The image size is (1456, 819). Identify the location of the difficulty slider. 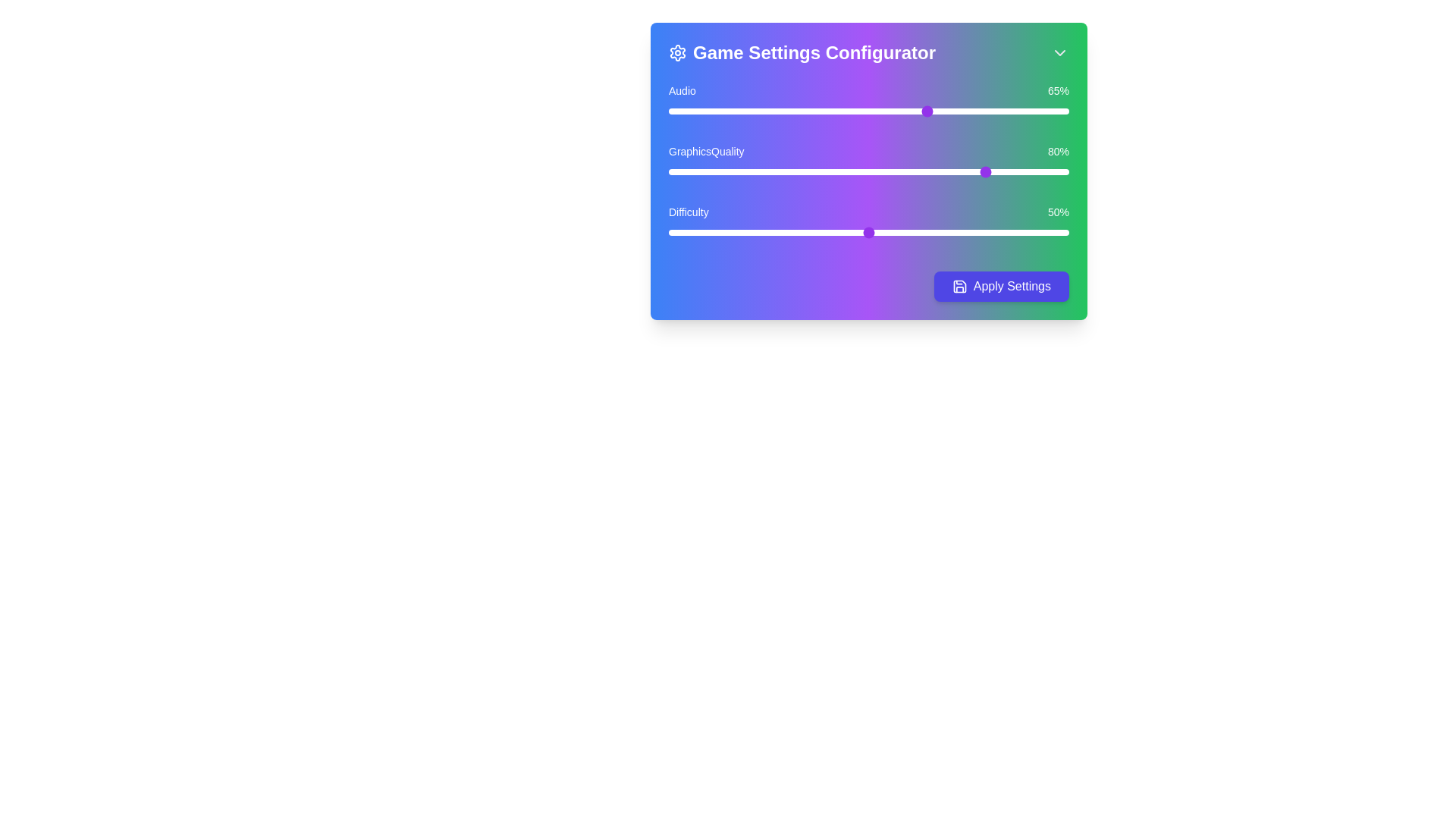
(869, 233).